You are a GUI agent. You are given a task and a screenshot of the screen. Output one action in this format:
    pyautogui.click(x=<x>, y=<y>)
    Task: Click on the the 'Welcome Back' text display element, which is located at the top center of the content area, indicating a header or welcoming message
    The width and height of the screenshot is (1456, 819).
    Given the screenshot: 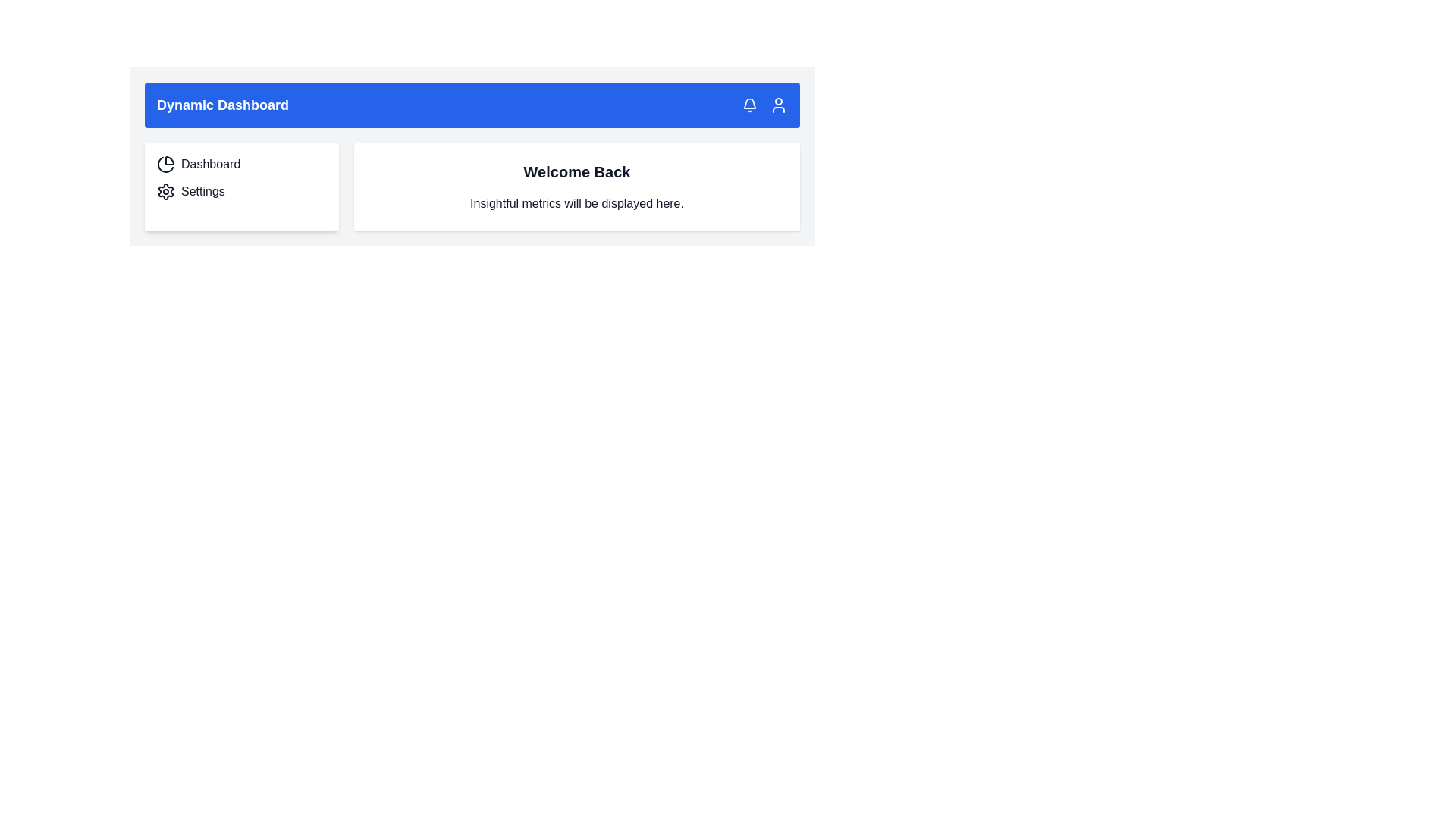 What is the action you would take?
    pyautogui.click(x=576, y=171)
    